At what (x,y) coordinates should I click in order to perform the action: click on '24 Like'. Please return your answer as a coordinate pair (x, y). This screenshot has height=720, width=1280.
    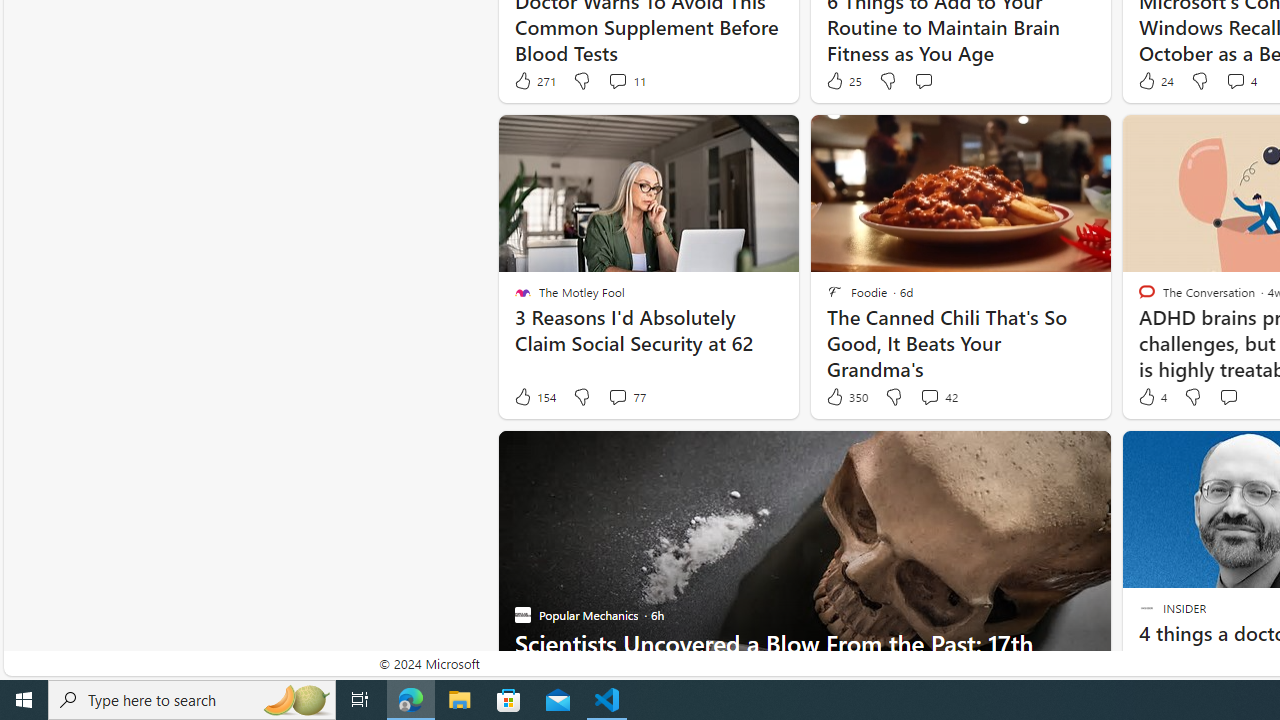
    Looking at the image, I should click on (1154, 80).